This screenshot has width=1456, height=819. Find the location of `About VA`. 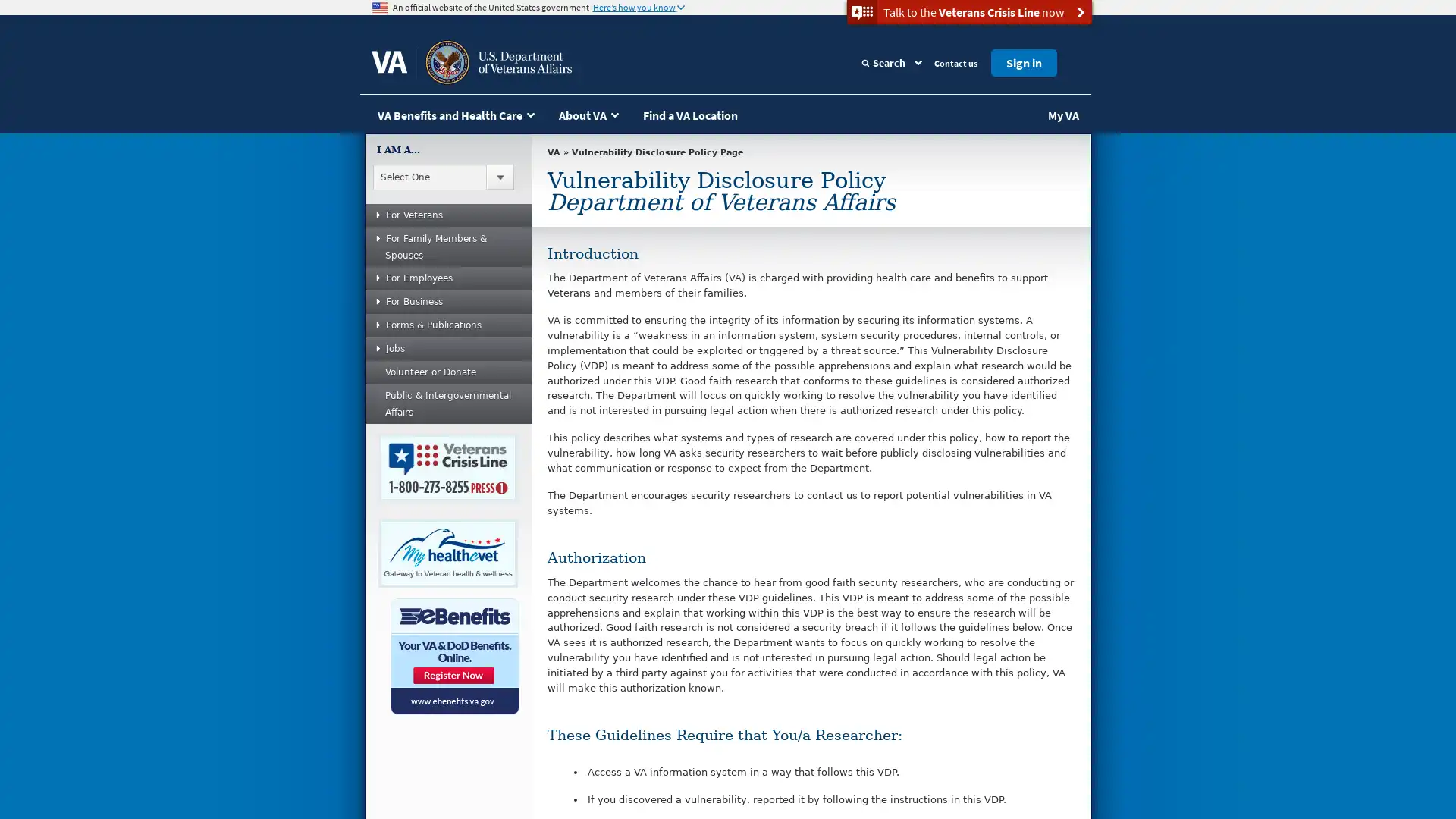

About VA is located at coordinates (587, 112).